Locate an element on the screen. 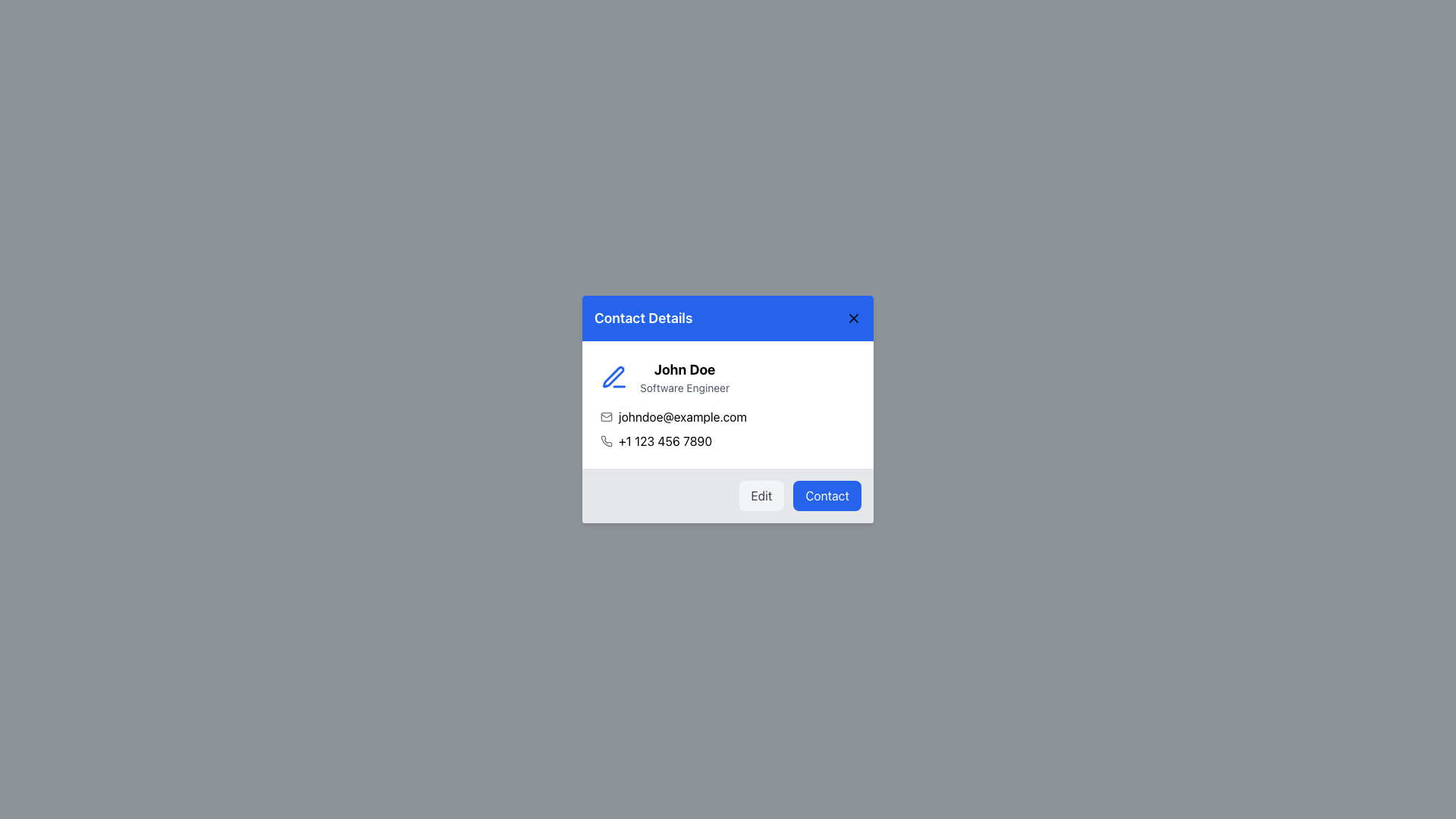  the phone icon, which is a small handset icon outlined in gray, located below the user's email address and above the phone number in the contact details module is located at coordinates (607, 441).